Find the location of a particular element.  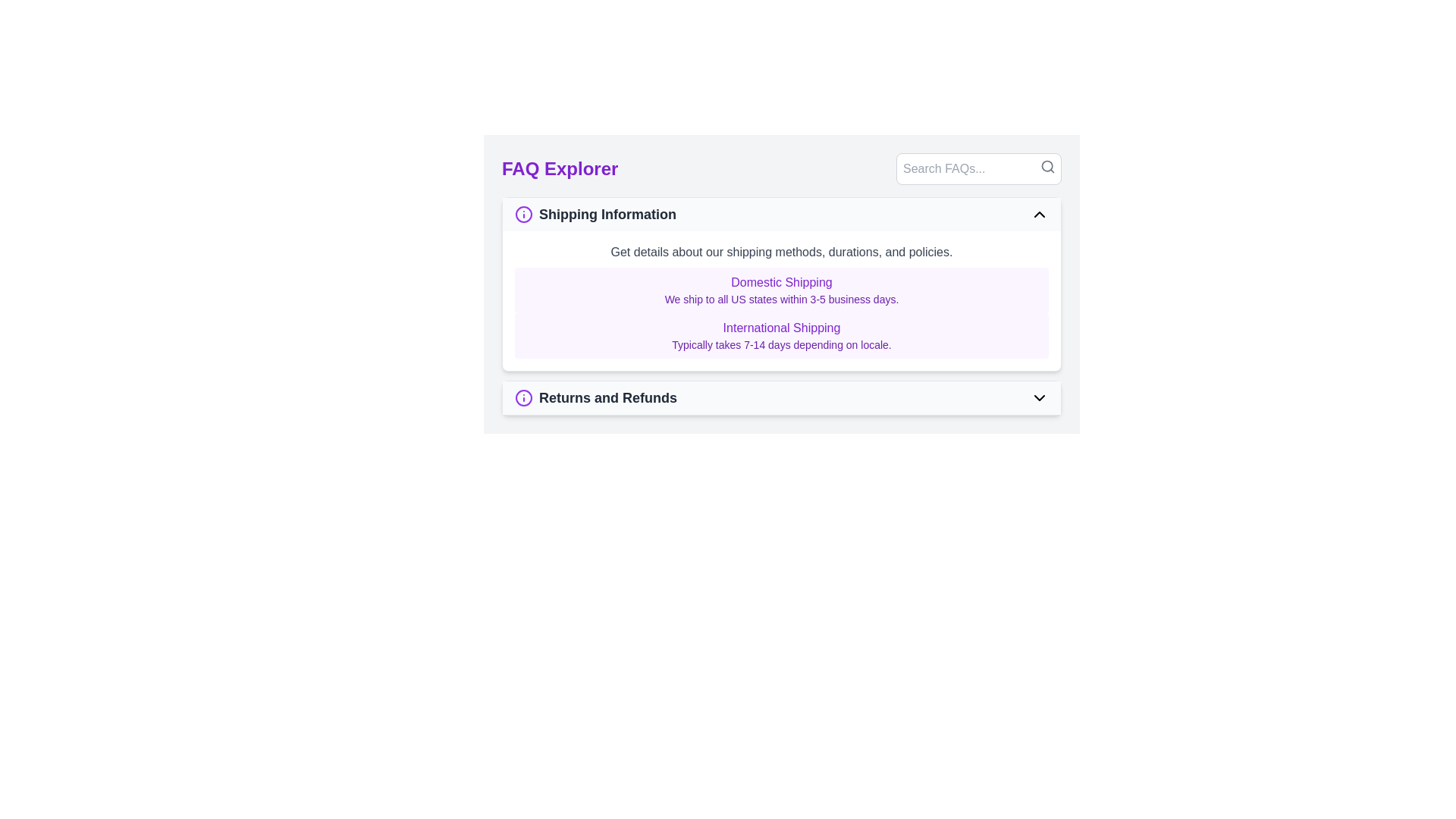

the Static Text element that serves as the title or heading for the FAQ section of the interface is located at coordinates (559, 169).